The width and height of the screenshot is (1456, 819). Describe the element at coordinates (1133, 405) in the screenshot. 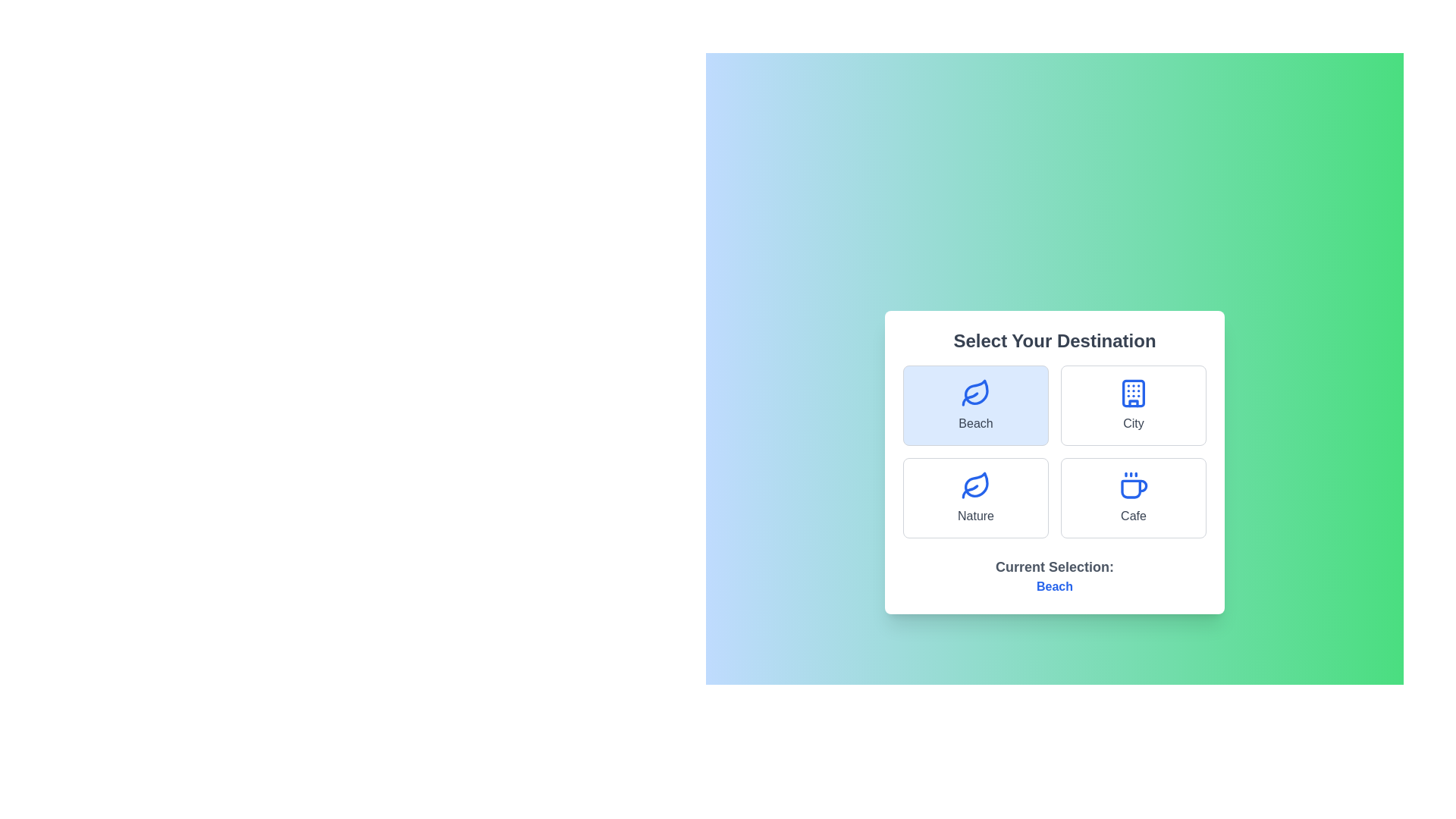

I see `the City option to observe the visual feedback` at that location.